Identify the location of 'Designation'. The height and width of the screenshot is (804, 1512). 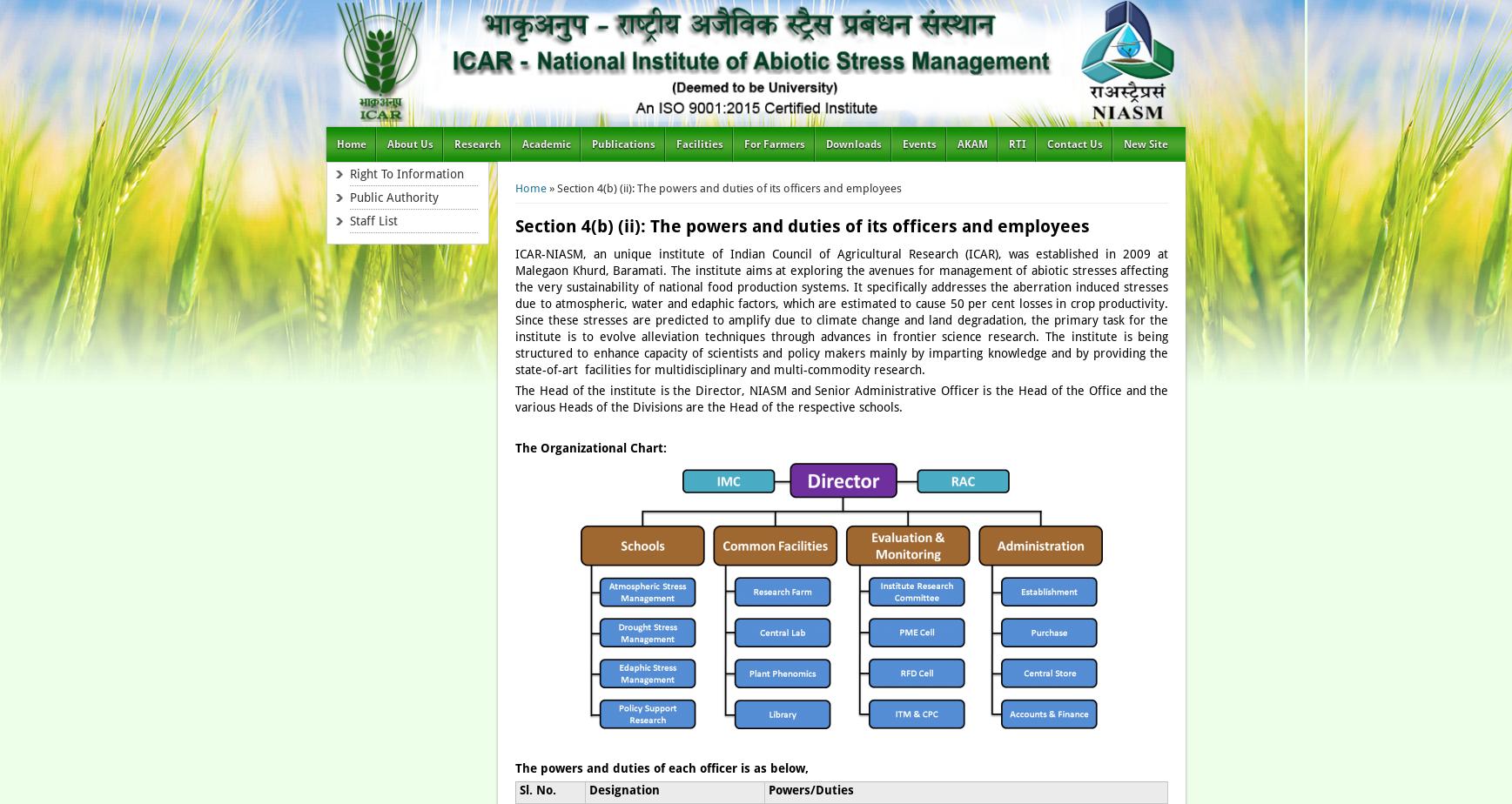
(622, 788).